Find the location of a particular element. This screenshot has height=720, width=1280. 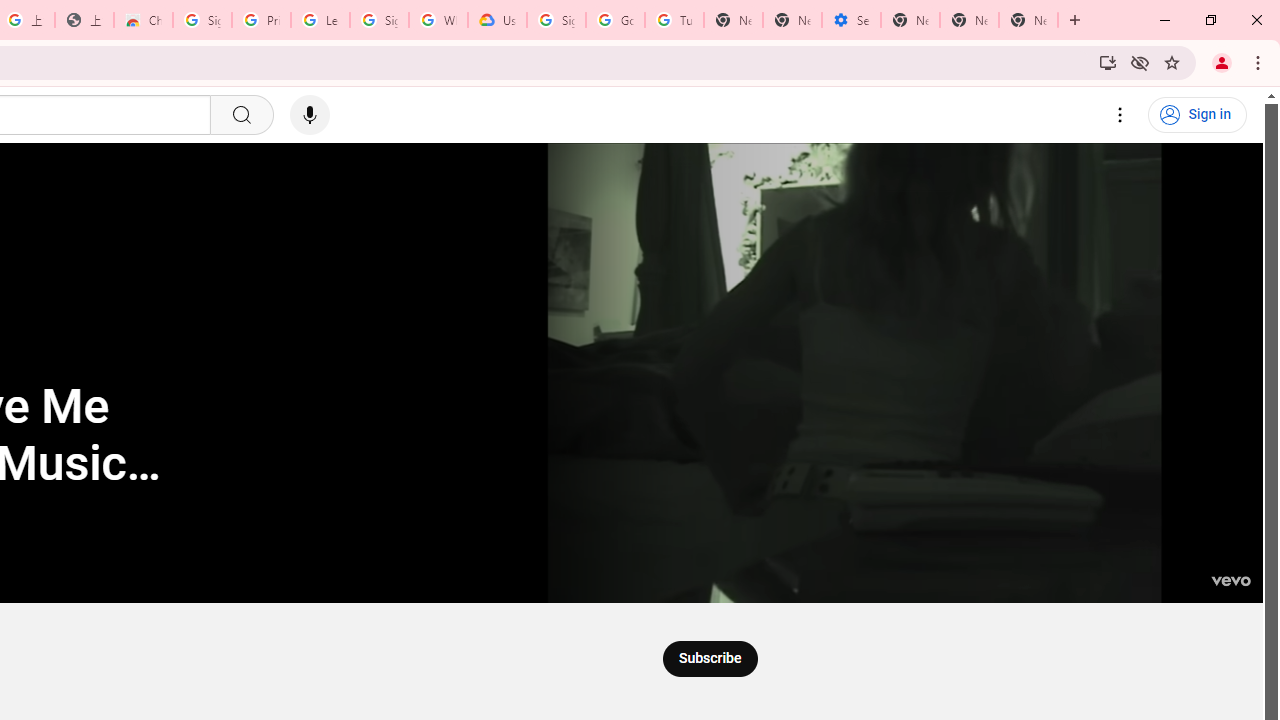

'Install YouTube' is located at coordinates (1106, 61).